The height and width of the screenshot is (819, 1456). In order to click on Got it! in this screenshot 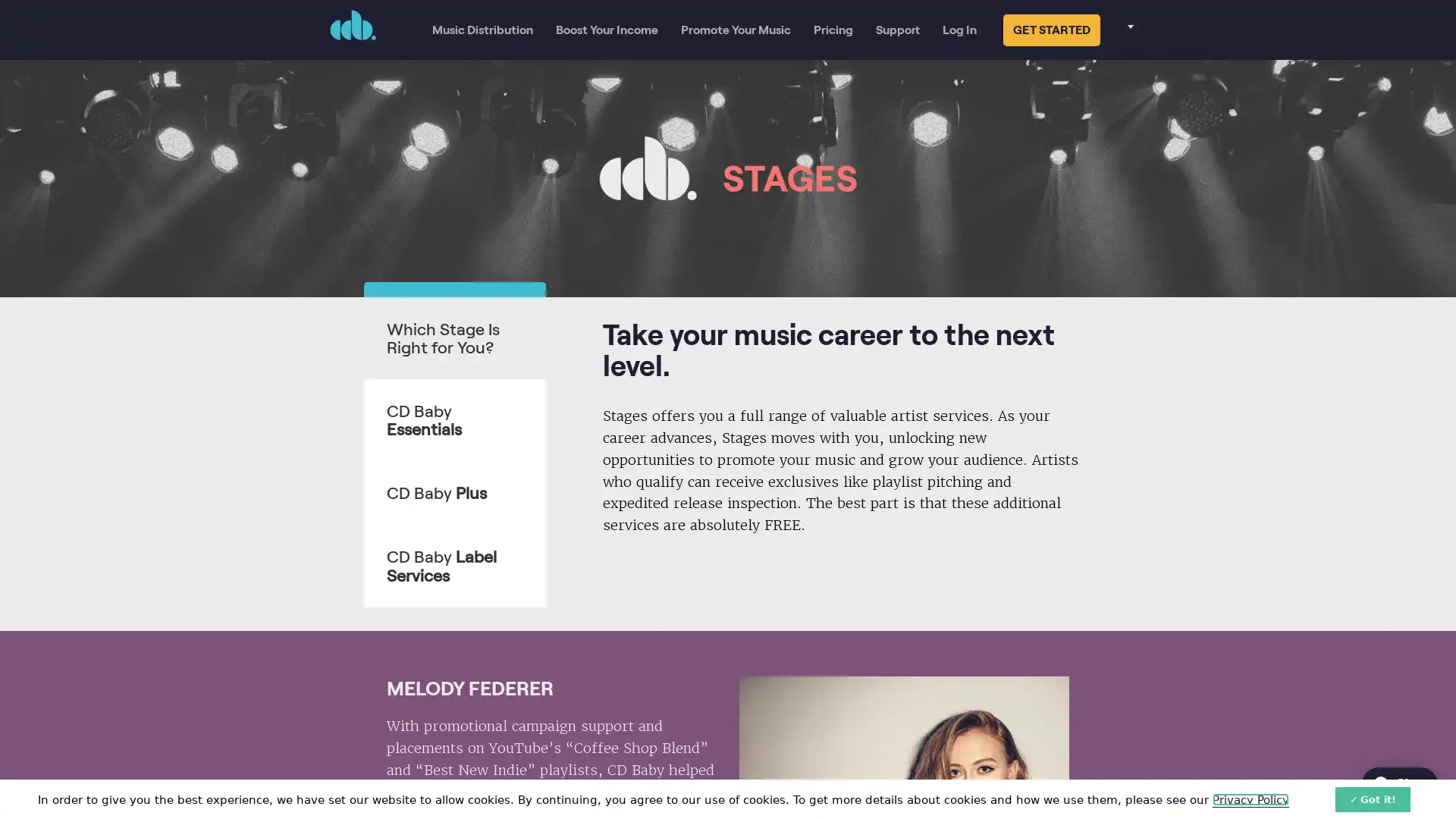, I will do `click(1373, 798)`.